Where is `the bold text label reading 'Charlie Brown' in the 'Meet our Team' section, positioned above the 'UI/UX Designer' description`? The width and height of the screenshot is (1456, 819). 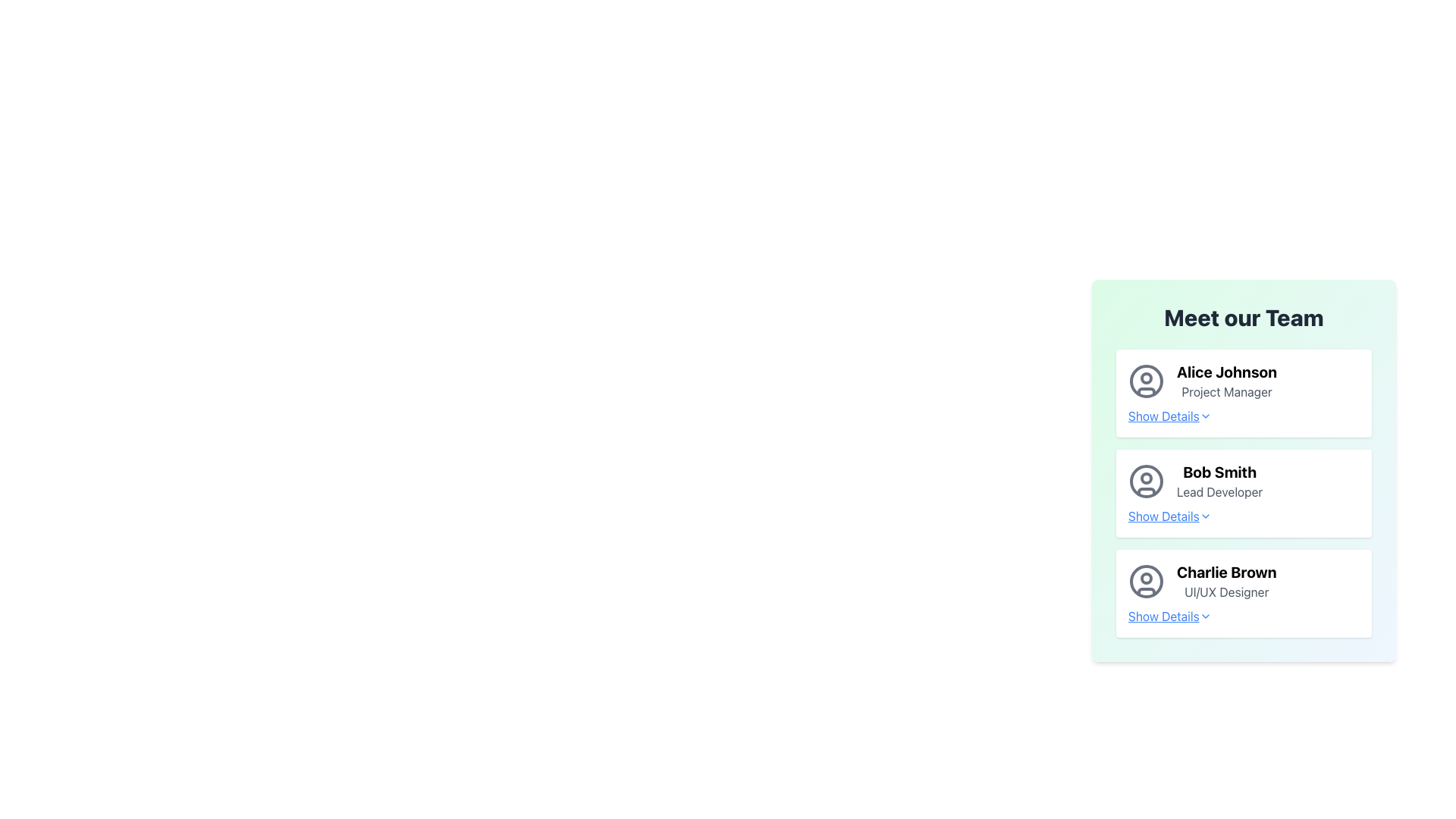
the bold text label reading 'Charlie Brown' in the 'Meet our Team' section, positioned above the 'UI/UX Designer' description is located at coordinates (1226, 573).